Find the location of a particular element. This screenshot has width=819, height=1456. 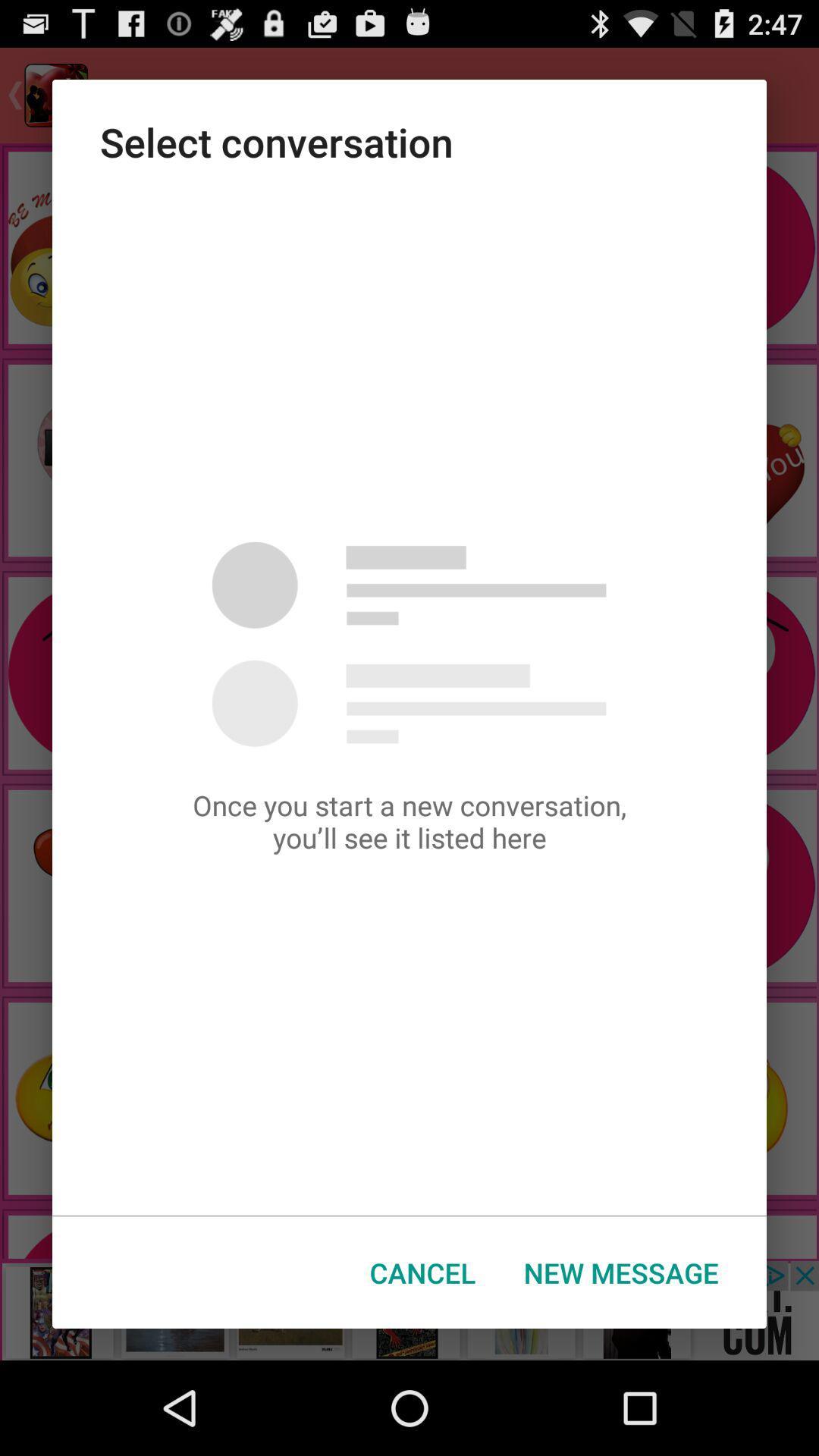

the button next to the new message item is located at coordinates (422, 1272).